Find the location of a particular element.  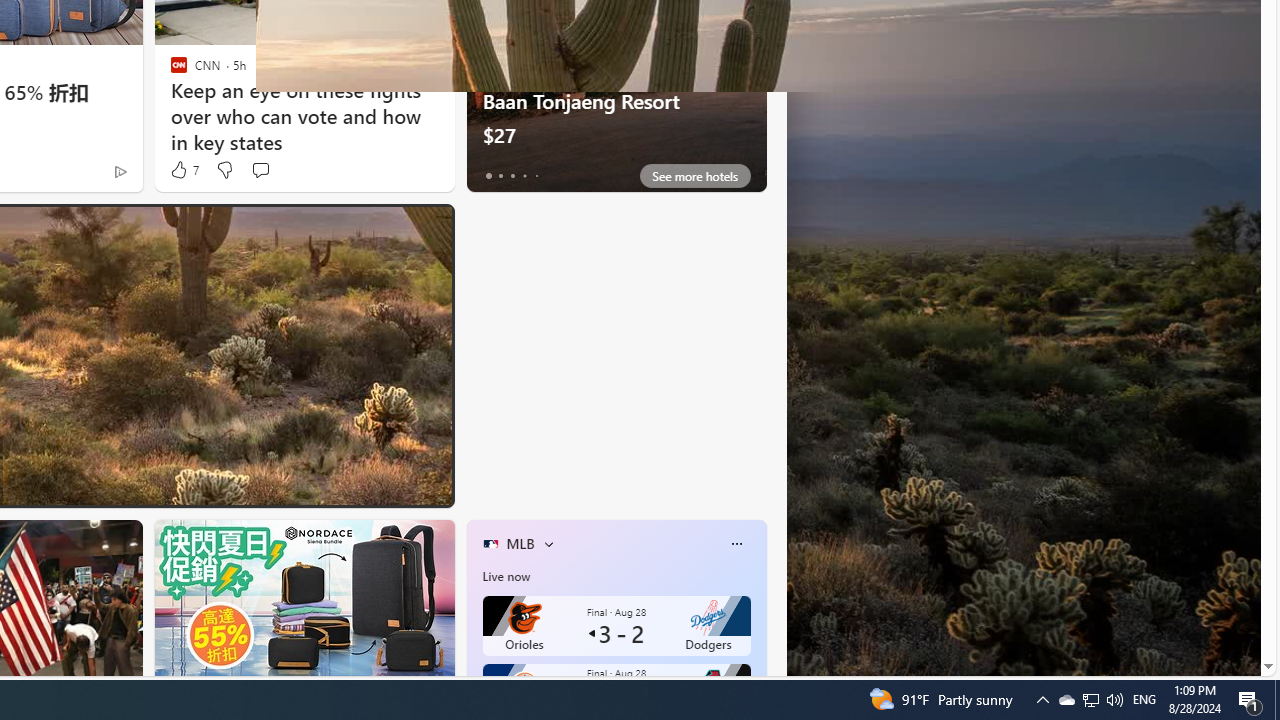

'tab-2' is located at coordinates (512, 175).